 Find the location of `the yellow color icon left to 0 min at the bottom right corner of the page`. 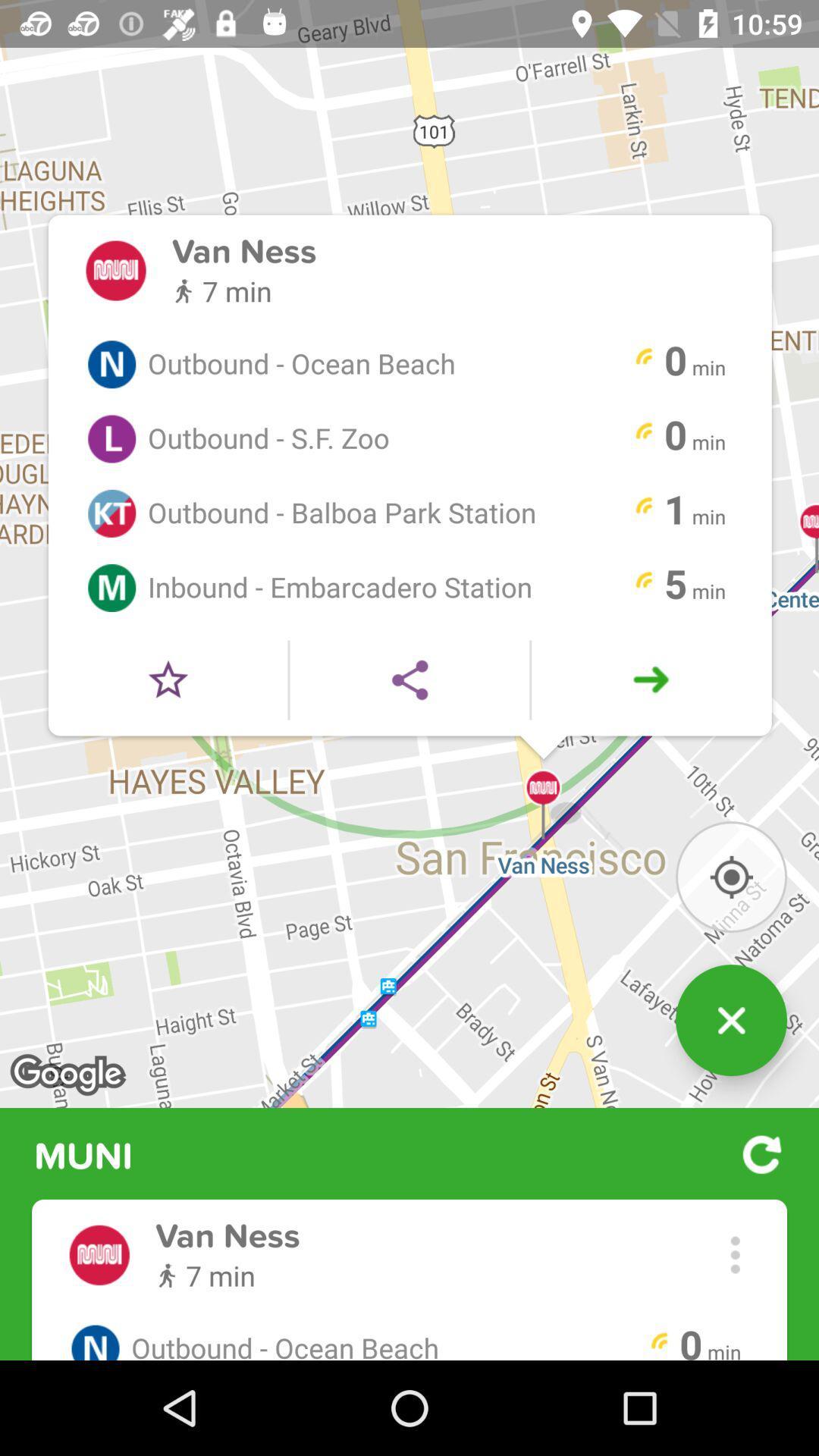

the yellow color icon left to 0 min at the bottom right corner of the page is located at coordinates (659, 1343).